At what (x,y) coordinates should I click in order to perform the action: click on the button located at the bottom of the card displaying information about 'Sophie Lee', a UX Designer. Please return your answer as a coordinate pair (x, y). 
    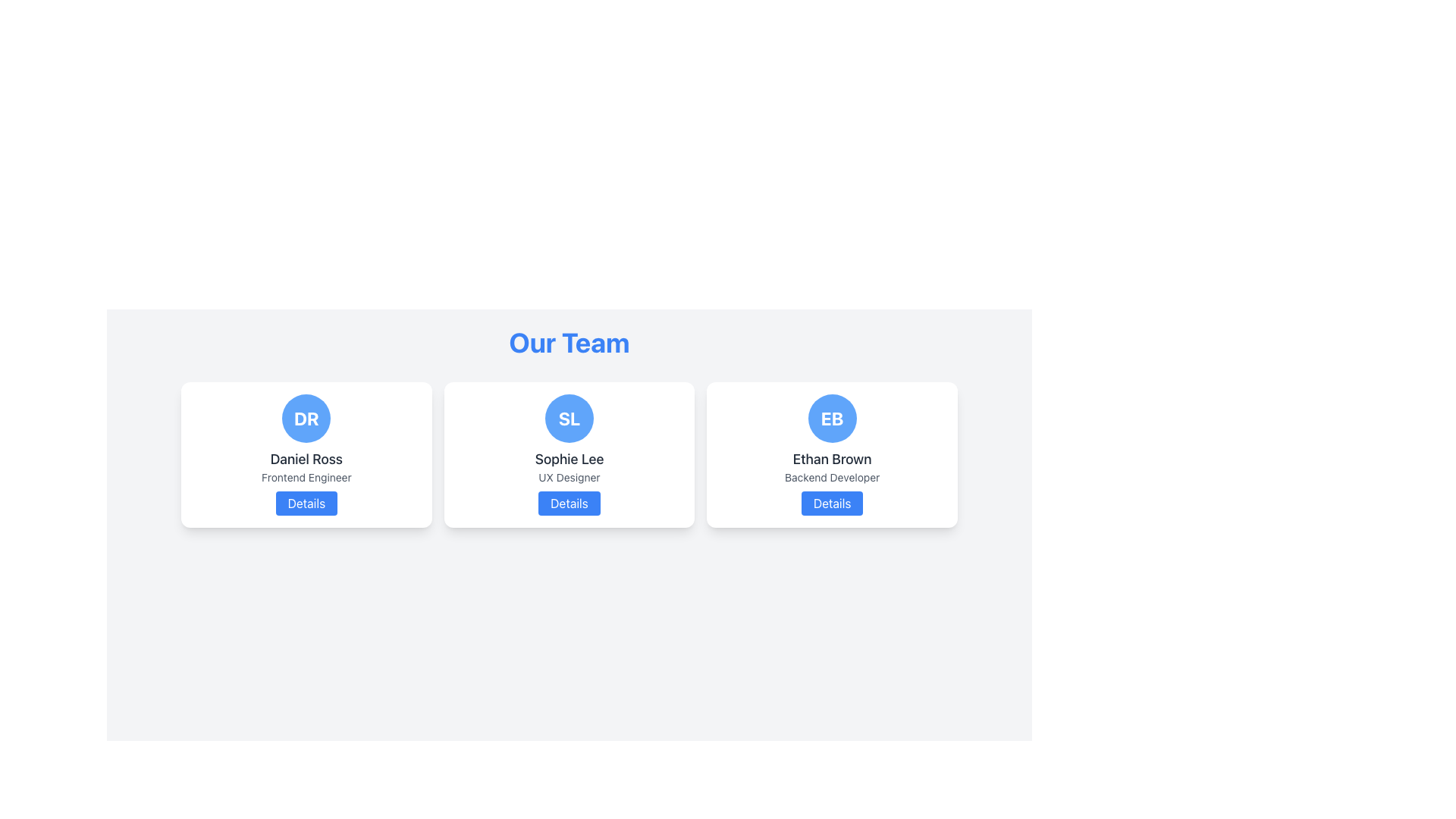
    Looking at the image, I should click on (568, 503).